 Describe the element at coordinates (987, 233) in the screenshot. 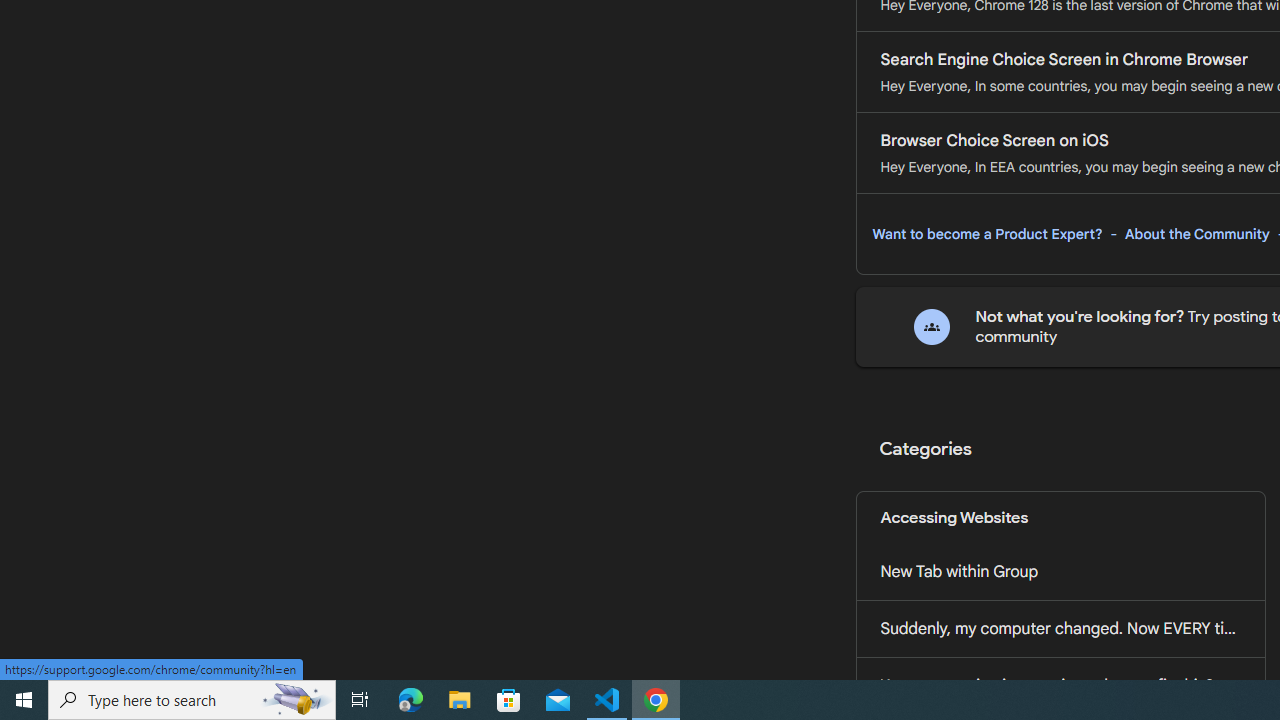

I see `'Want to become a Product Expert?'` at that location.